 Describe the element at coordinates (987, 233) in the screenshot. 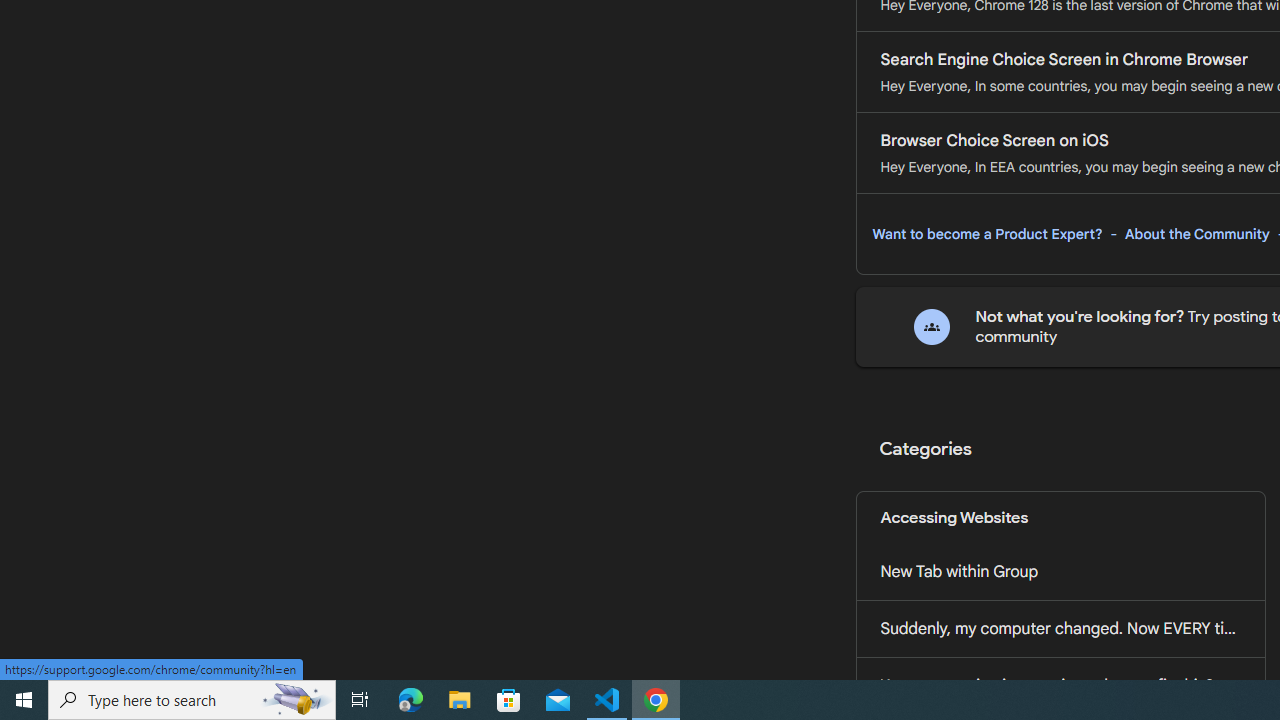

I see `'Want to become a Product Expert?'` at that location.